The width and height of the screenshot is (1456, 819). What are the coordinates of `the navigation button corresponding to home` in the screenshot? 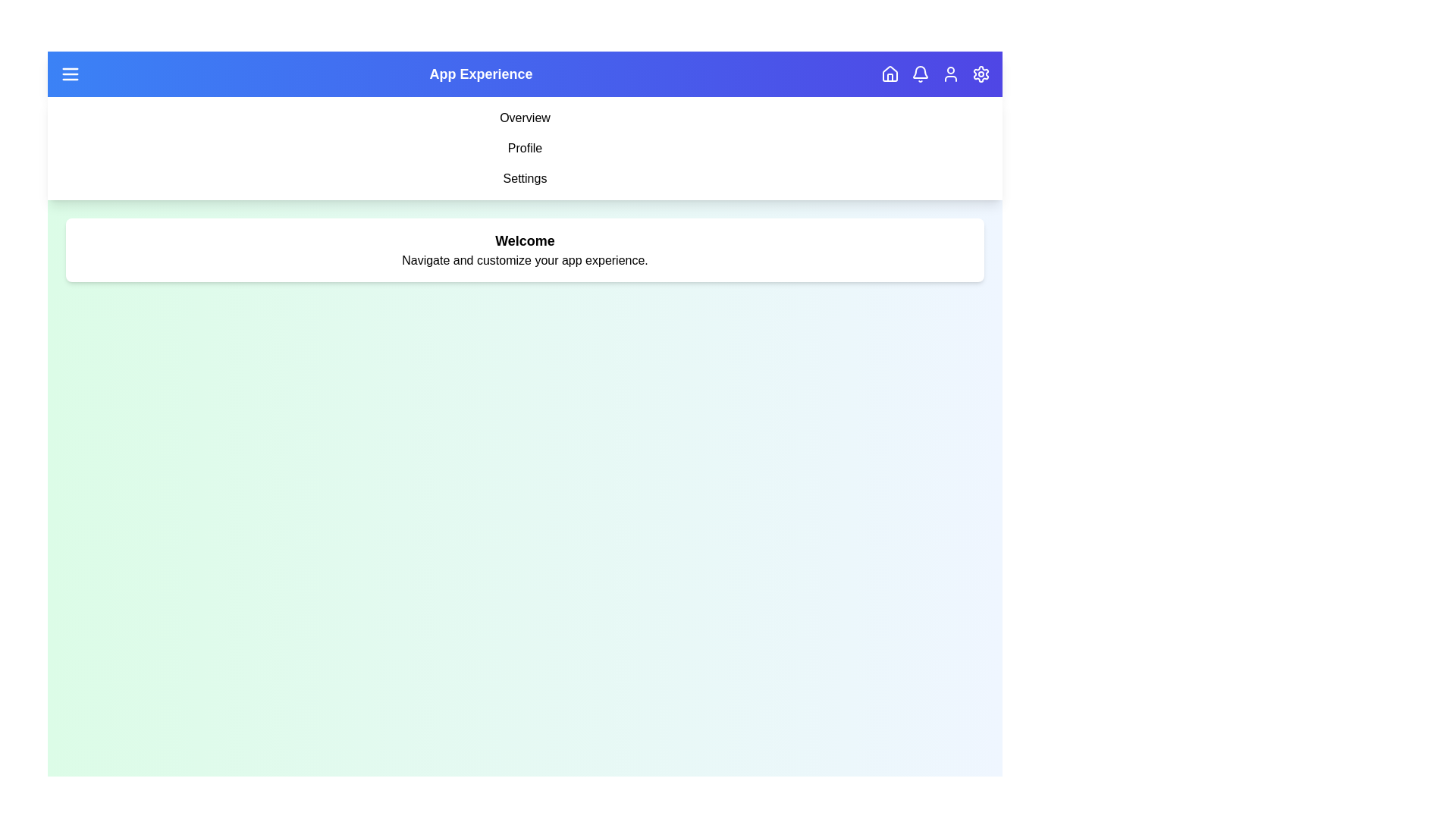 It's located at (890, 74).